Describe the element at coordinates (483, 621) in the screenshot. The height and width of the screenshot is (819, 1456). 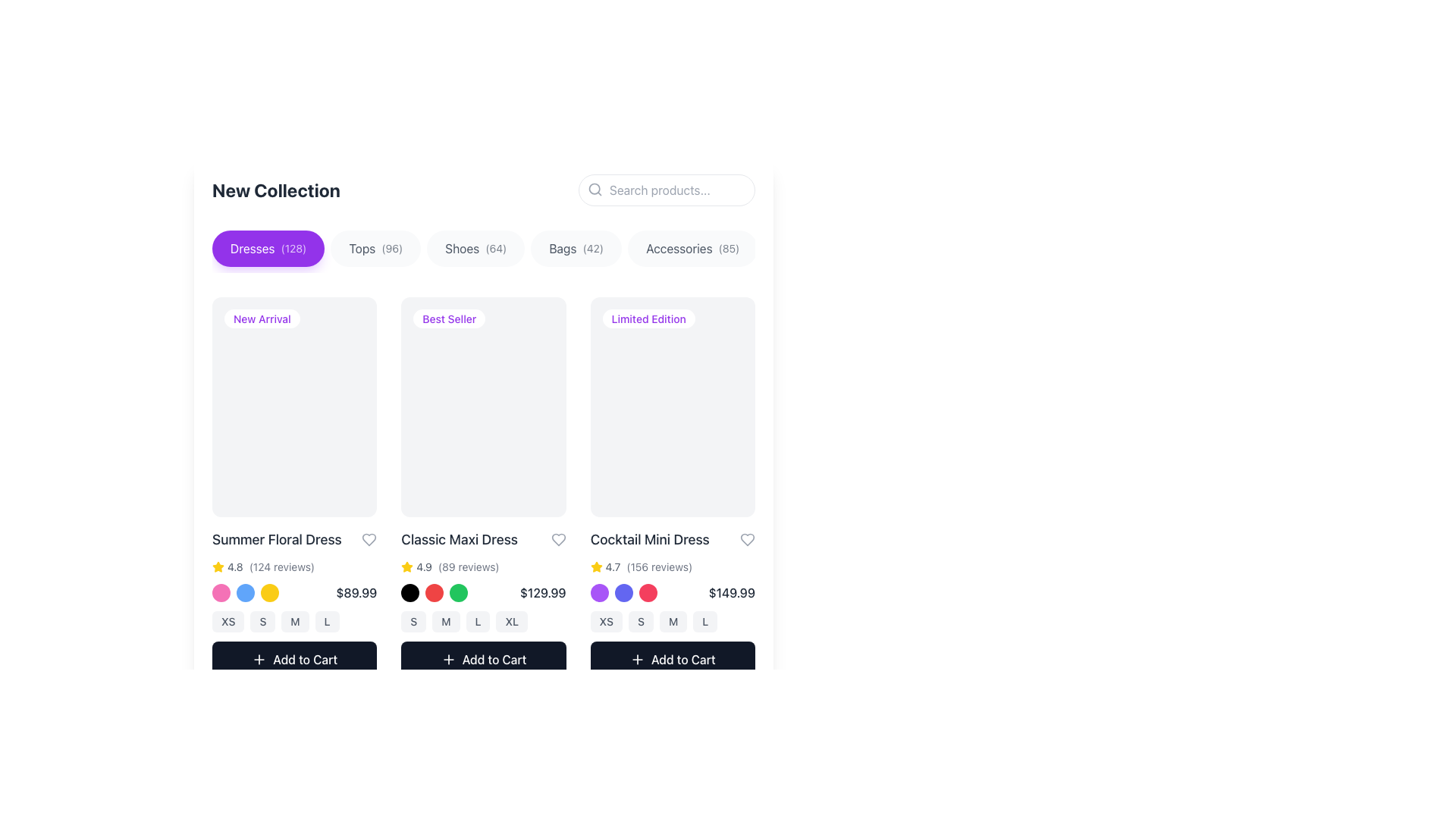
I see `the Size selector buttons displaying 'S', 'M', 'L', and 'XL'` at that location.